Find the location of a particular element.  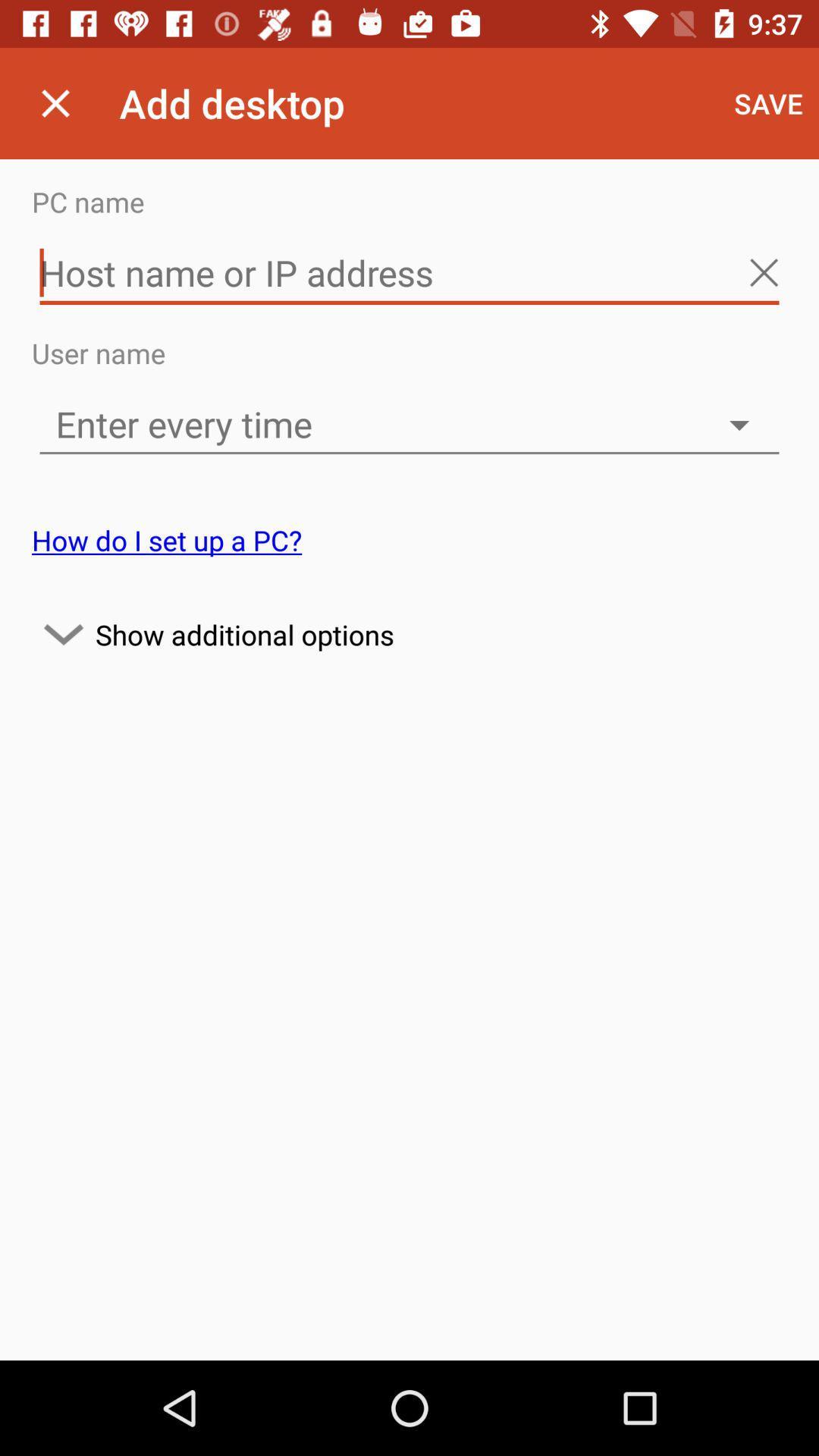

the save icon is located at coordinates (768, 102).